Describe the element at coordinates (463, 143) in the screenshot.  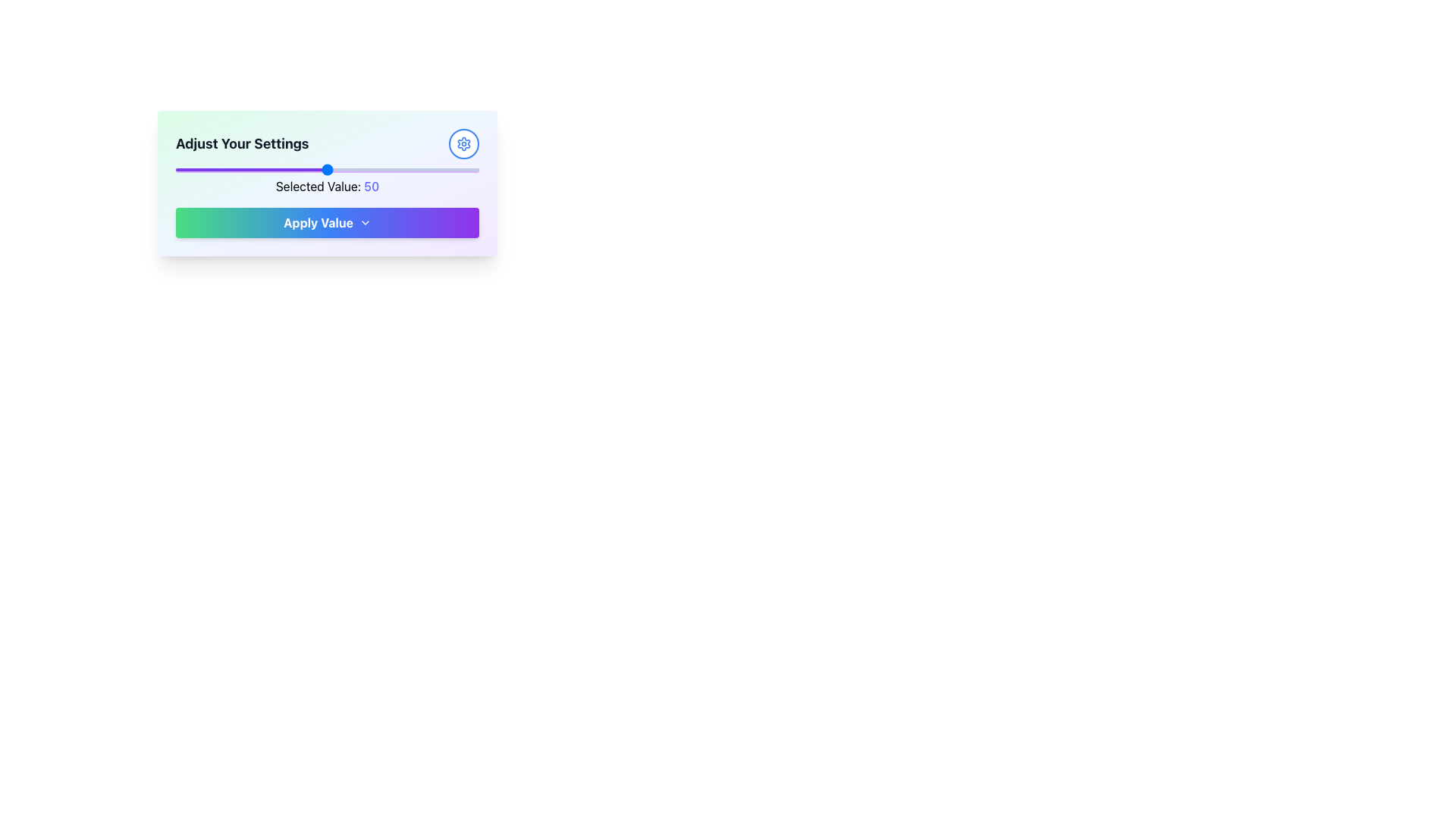
I see `the settings icon located in the top-right corner of the 'Adjust Your Settings' card` at that location.